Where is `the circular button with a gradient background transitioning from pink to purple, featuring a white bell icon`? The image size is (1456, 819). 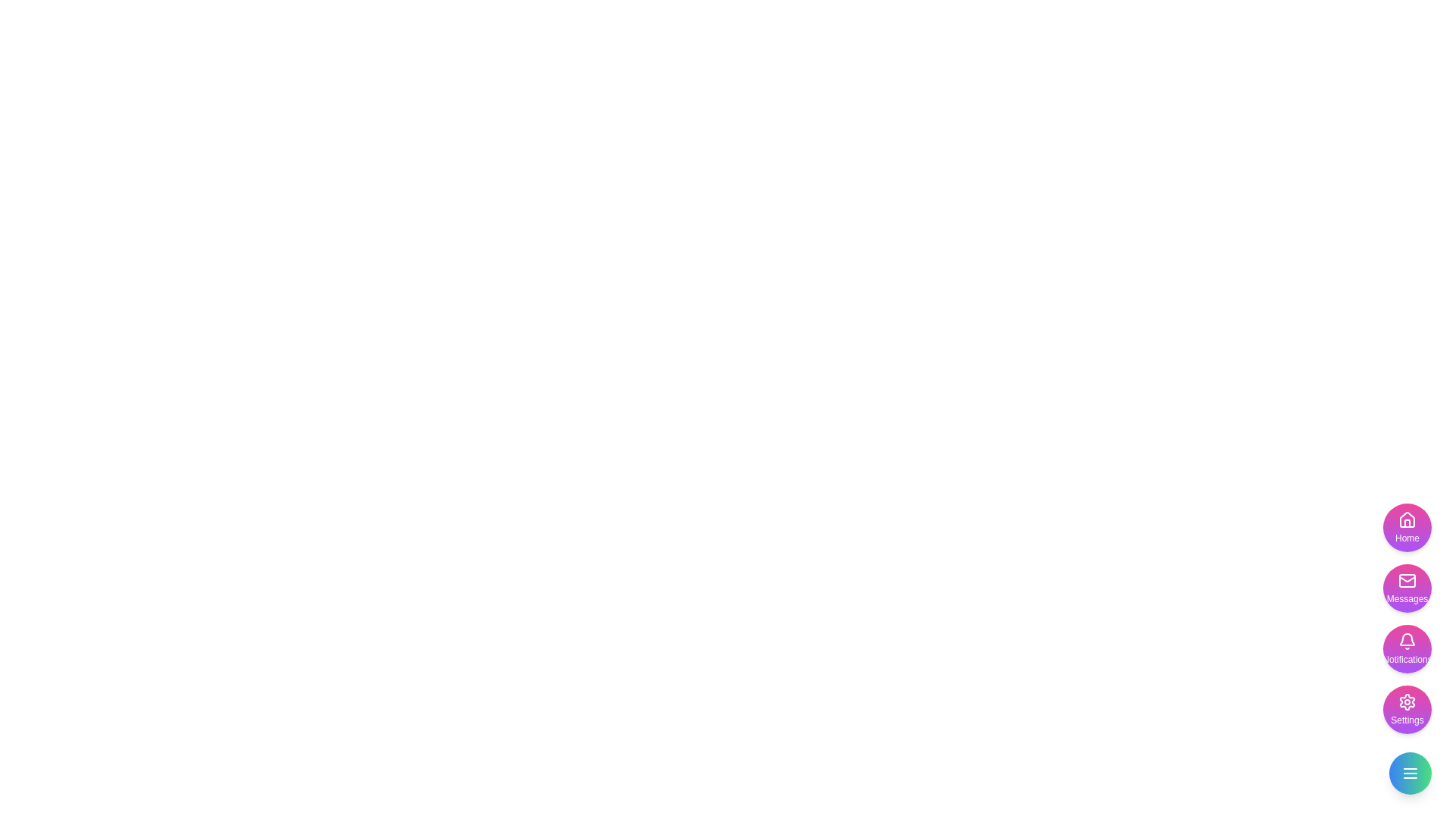
the circular button with a gradient background transitioning from pink to purple, featuring a white bell icon is located at coordinates (1407, 619).